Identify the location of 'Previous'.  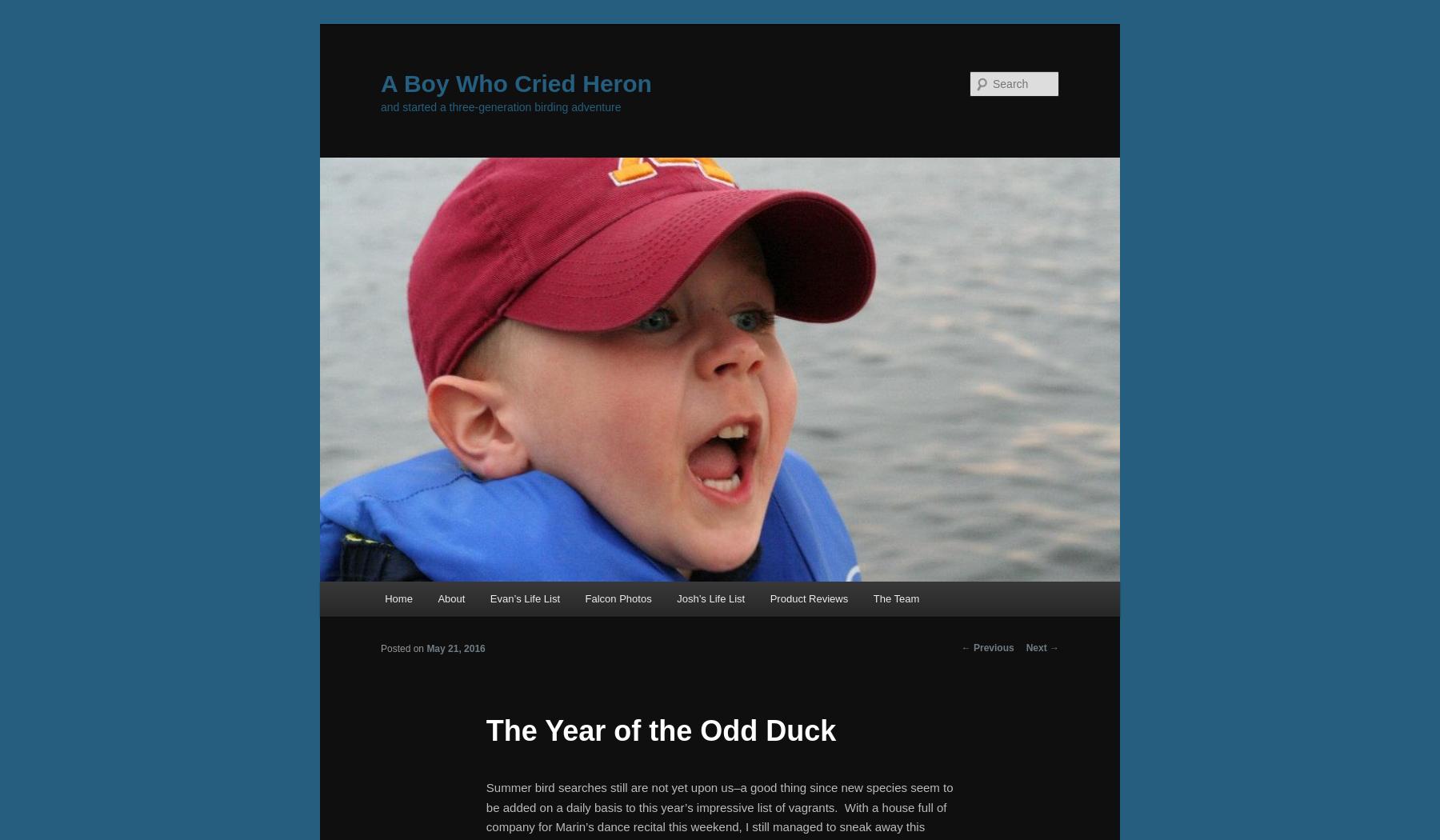
(992, 646).